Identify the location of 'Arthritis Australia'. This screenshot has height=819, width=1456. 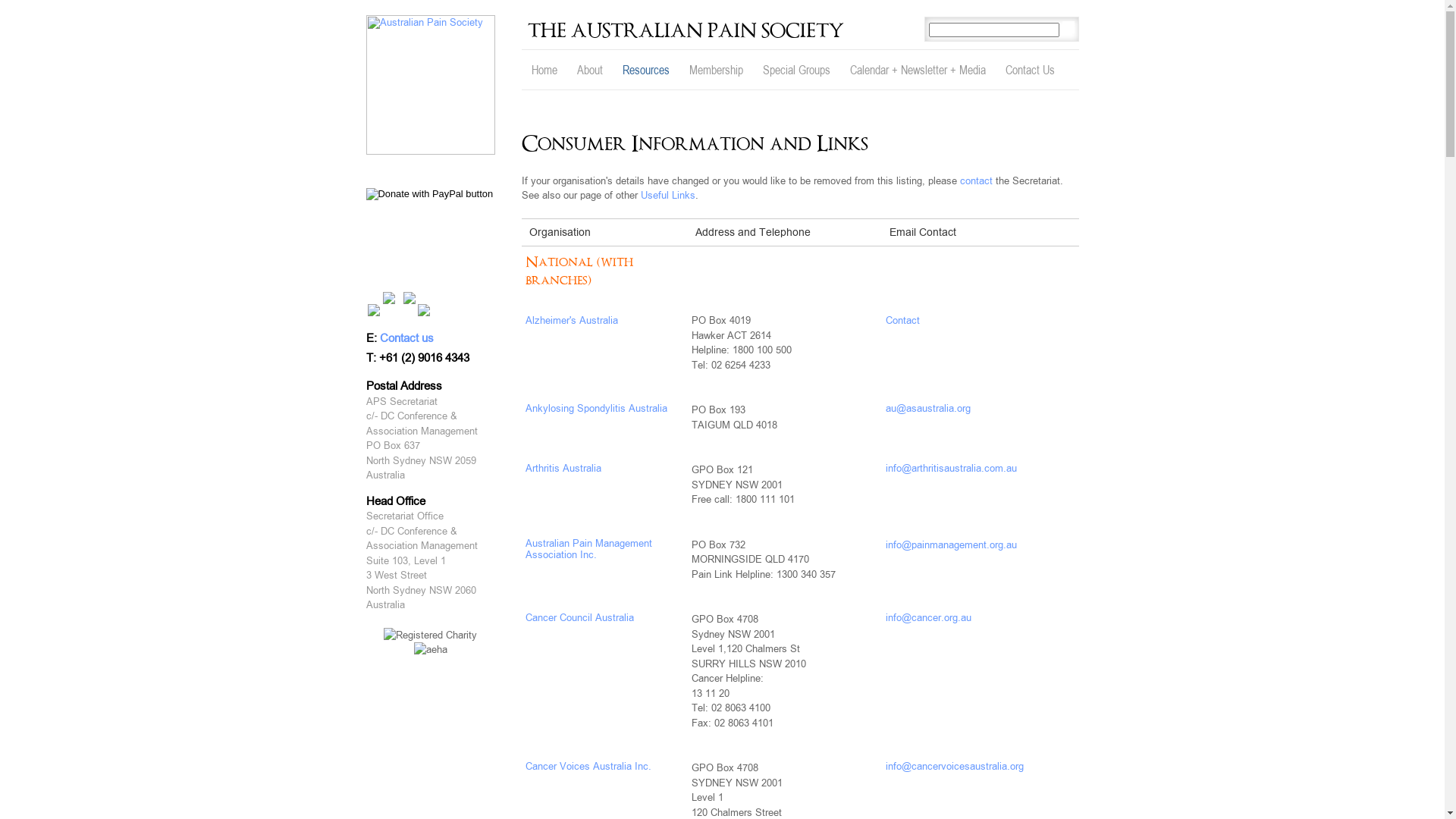
(562, 467).